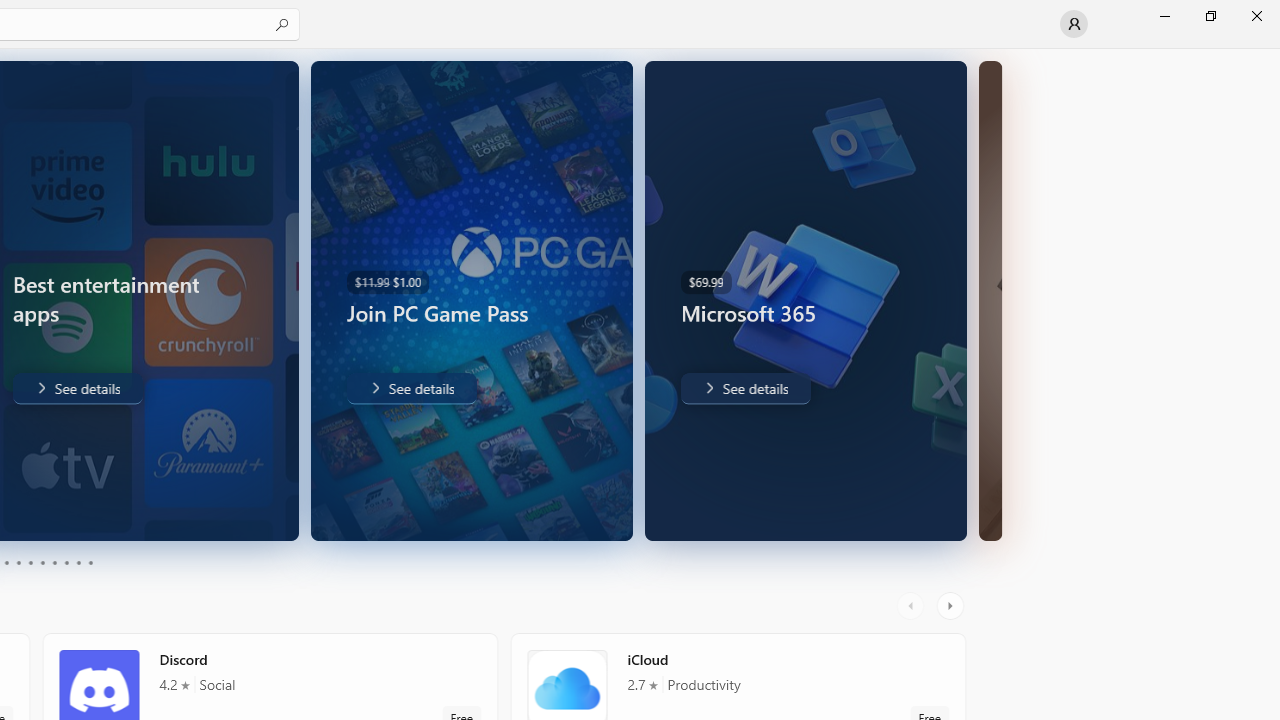 Image resolution: width=1280 pixels, height=720 pixels. What do you see at coordinates (1072, 24) in the screenshot?
I see `'User profile'` at bounding box center [1072, 24].